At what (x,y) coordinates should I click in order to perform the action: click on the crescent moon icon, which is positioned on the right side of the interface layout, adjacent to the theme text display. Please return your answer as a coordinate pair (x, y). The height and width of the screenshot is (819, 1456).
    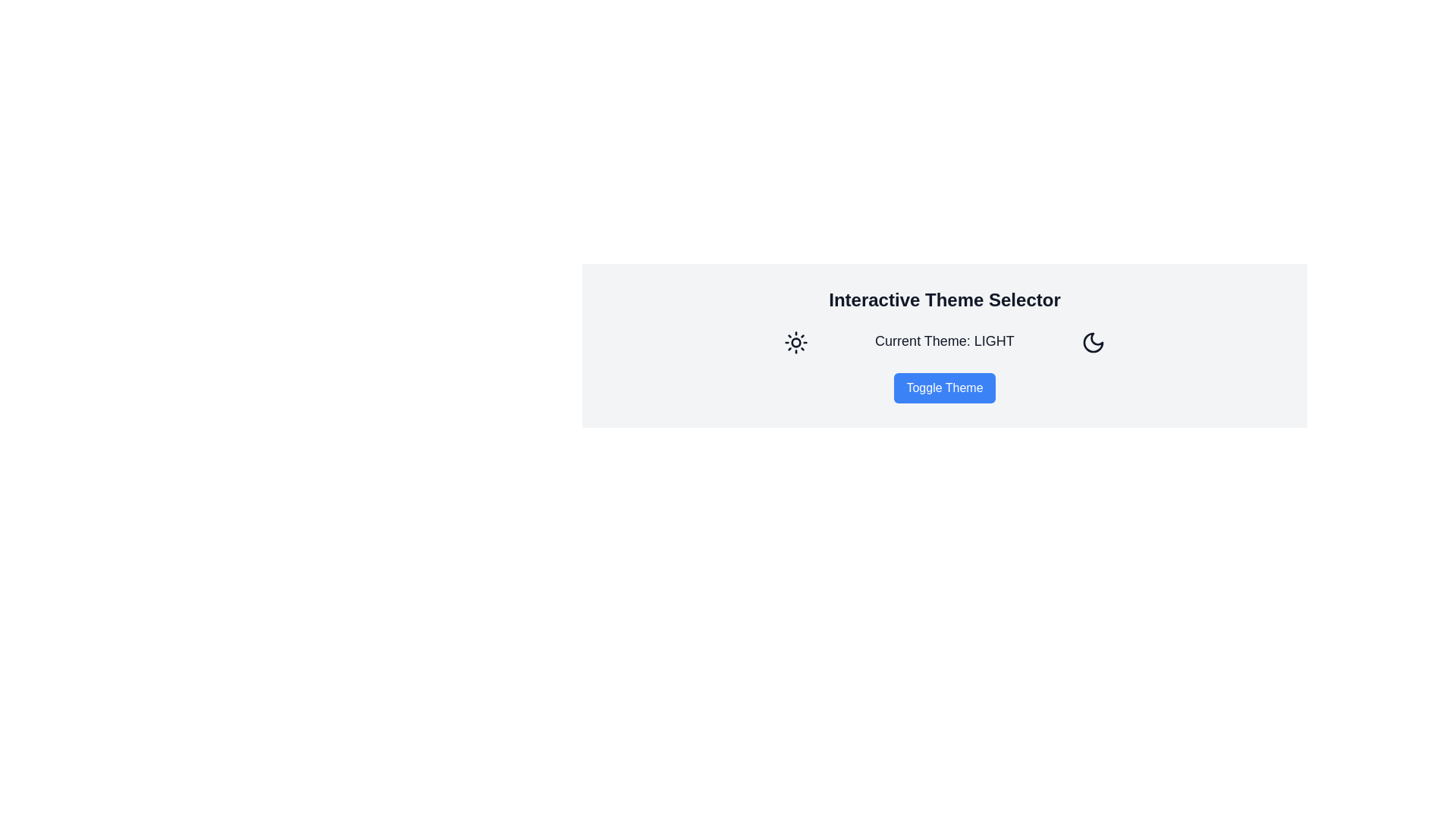
    Looking at the image, I should click on (1093, 342).